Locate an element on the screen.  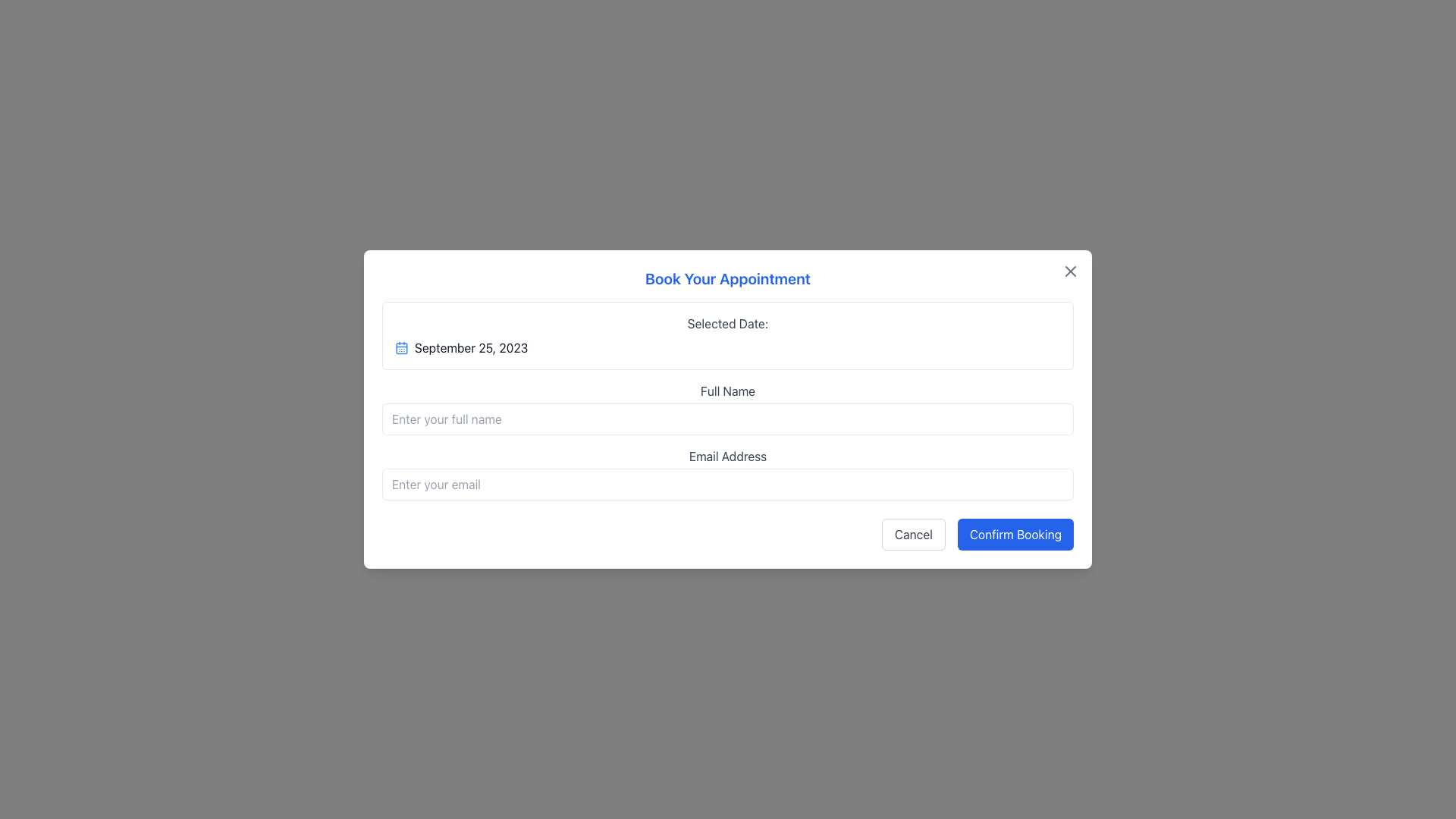
the blue outlined calendar icon to the left of the date 'September 25, 2023' is located at coordinates (401, 348).